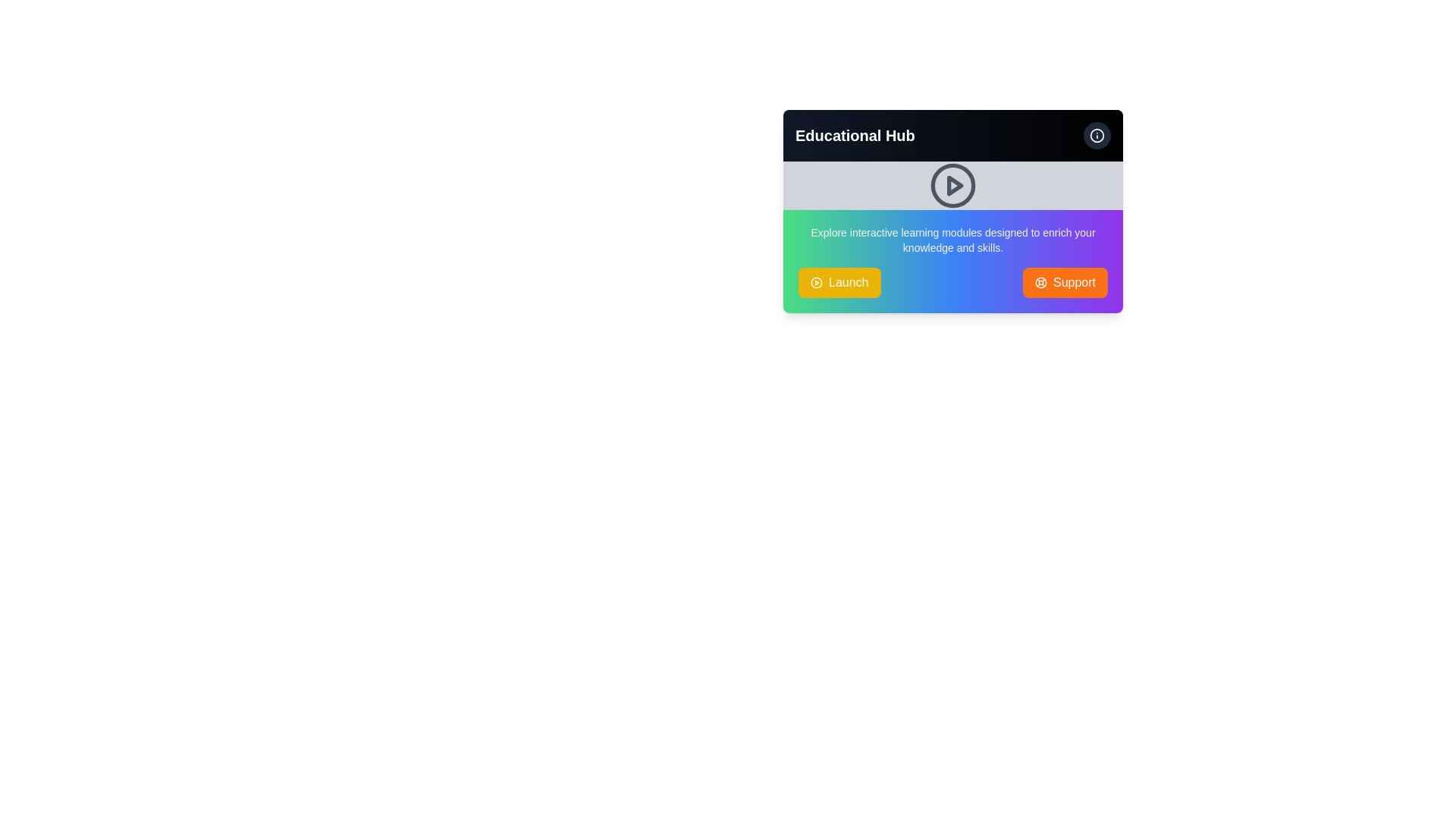 The image size is (1456, 819). What do you see at coordinates (952, 211) in the screenshot?
I see `the play icon in the Educational Hub card` at bounding box center [952, 211].